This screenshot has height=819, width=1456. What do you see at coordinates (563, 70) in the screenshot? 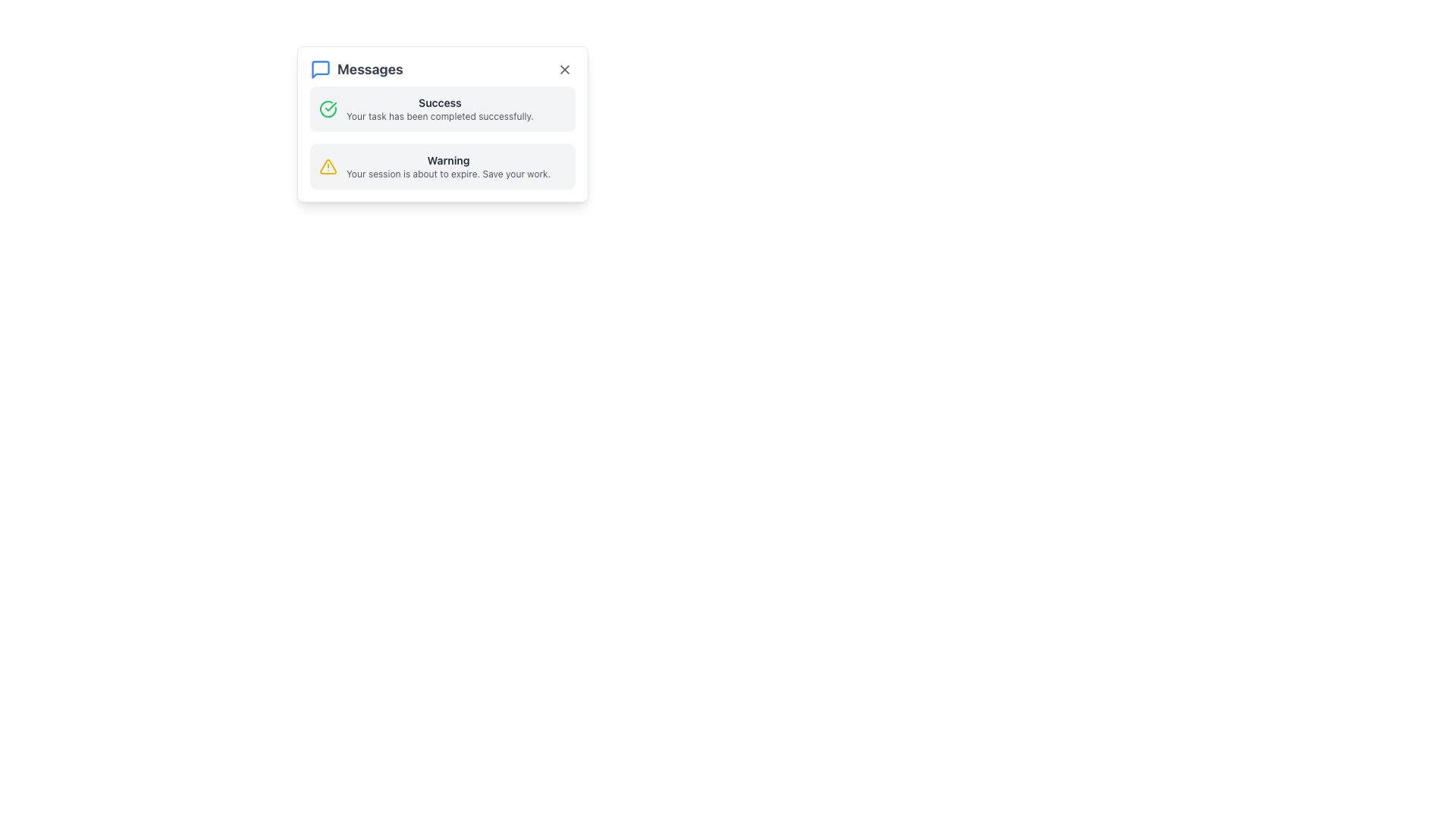
I see `the rounded button with a grey 'X' icon located at the rightmost end of the 'Messages' section header to prepare for keyboard interaction` at bounding box center [563, 70].